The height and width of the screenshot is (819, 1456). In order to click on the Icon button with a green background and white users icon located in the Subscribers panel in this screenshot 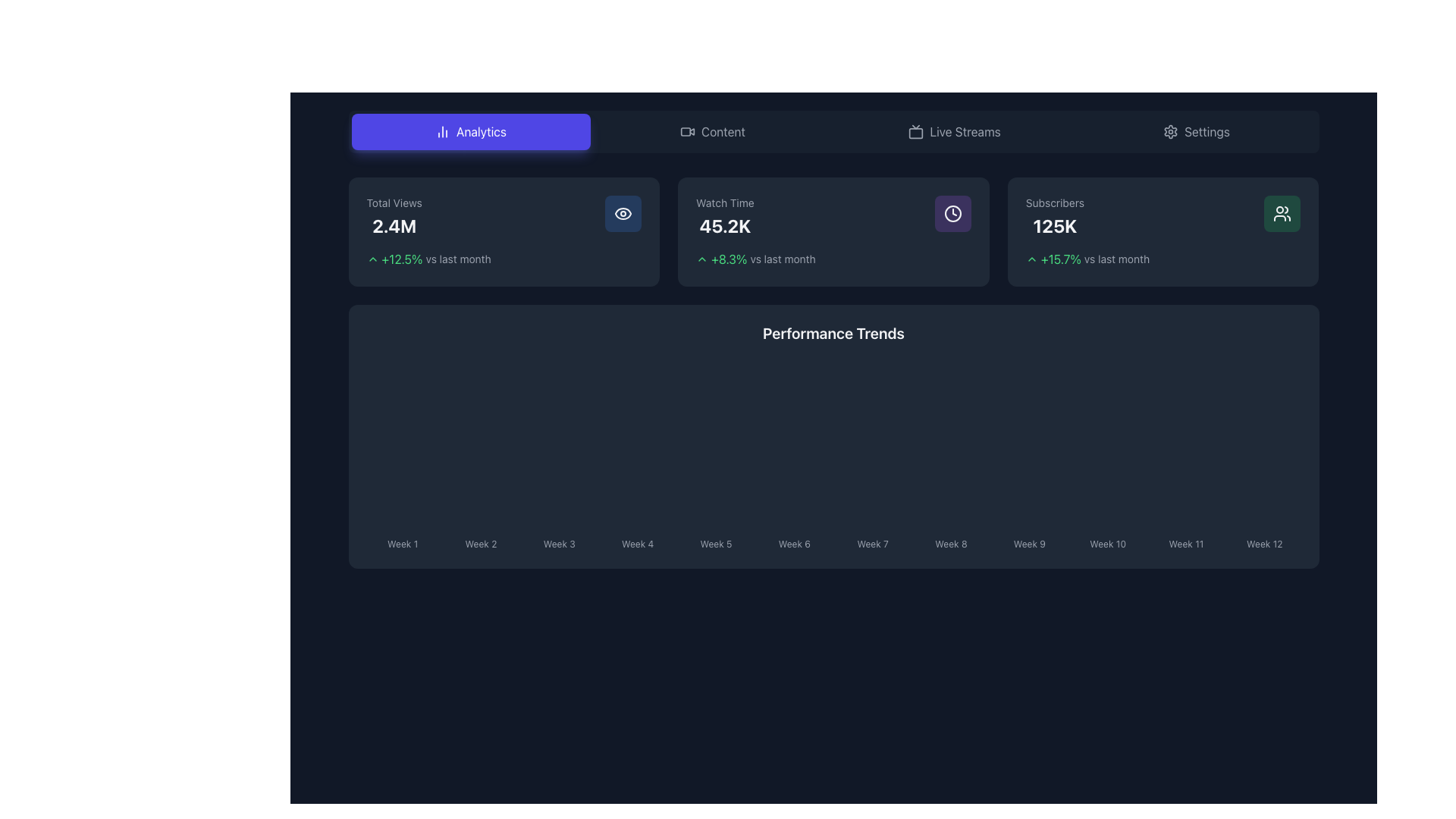, I will do `click(1282, 213)`.